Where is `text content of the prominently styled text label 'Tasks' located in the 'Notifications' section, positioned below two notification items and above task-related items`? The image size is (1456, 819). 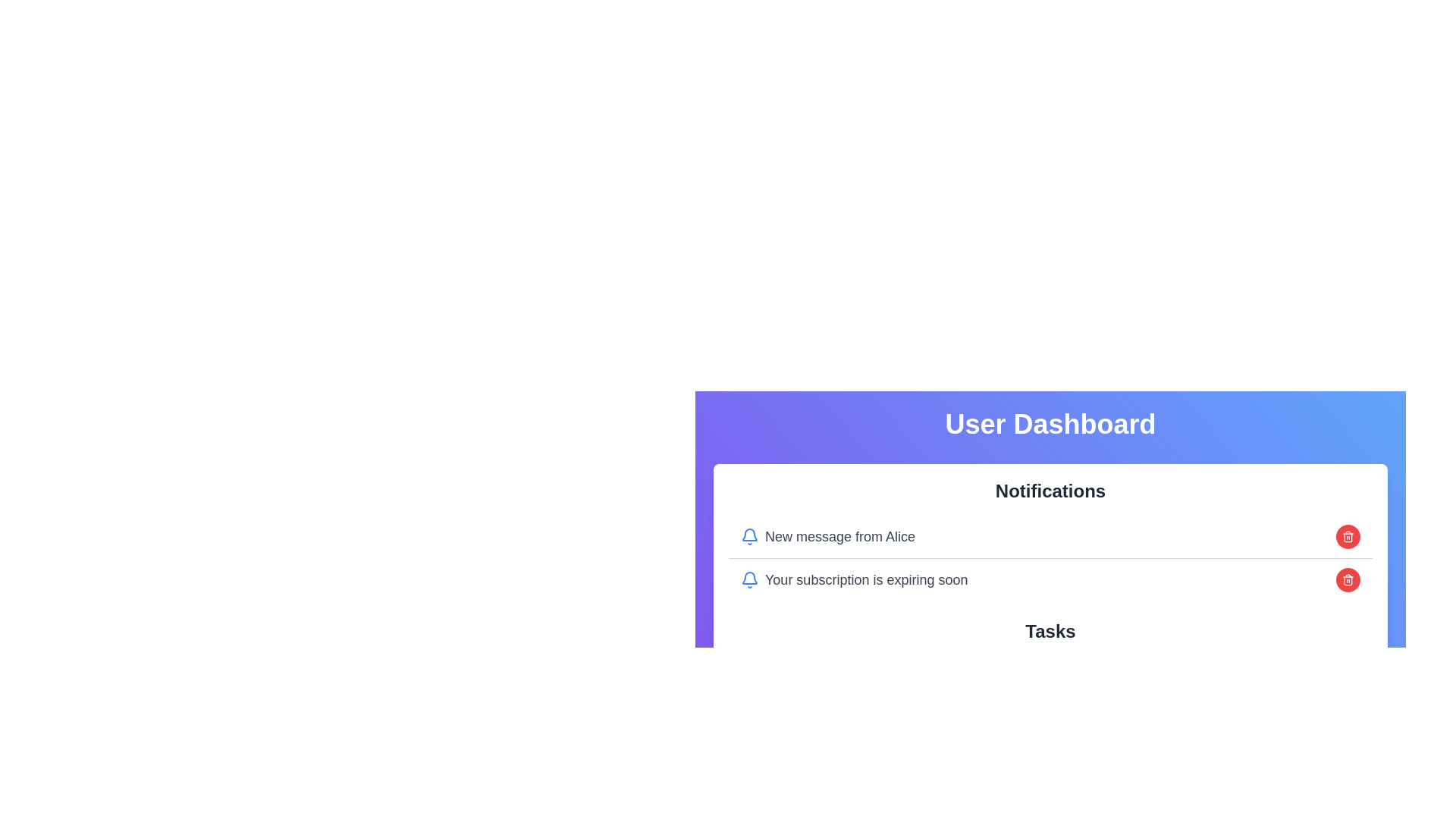
text content of the prominently styled text label 'Tasks' located in the 'Notifications' section, positioned below two notification items and above task-related items is located at coordinates (1050, 632).